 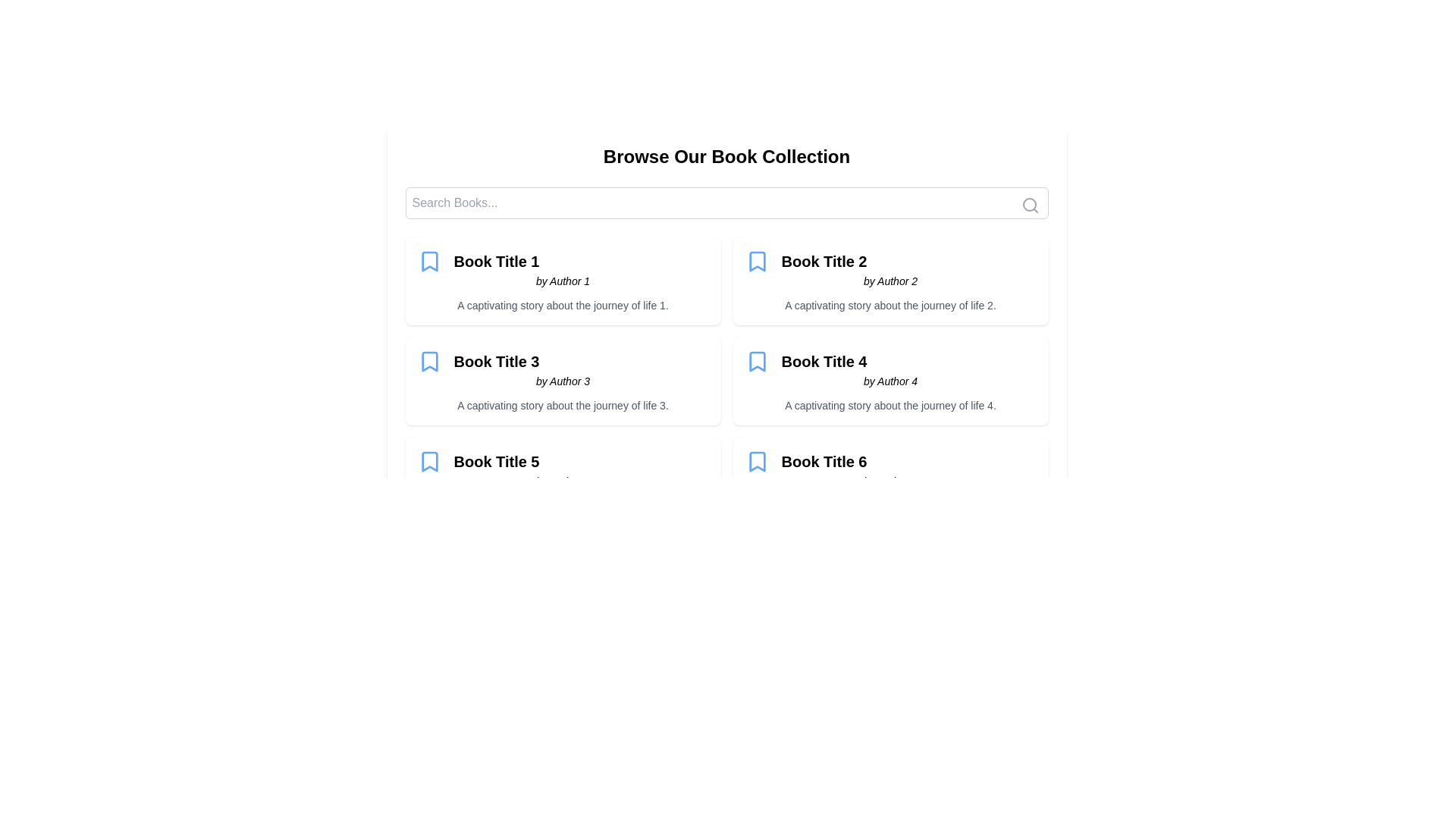 I want to click on the Text Label that provides a description for the book titled 'Book Title 2', located in the second card of the second column, beneath the title and author name, so click(x=890, y=305).